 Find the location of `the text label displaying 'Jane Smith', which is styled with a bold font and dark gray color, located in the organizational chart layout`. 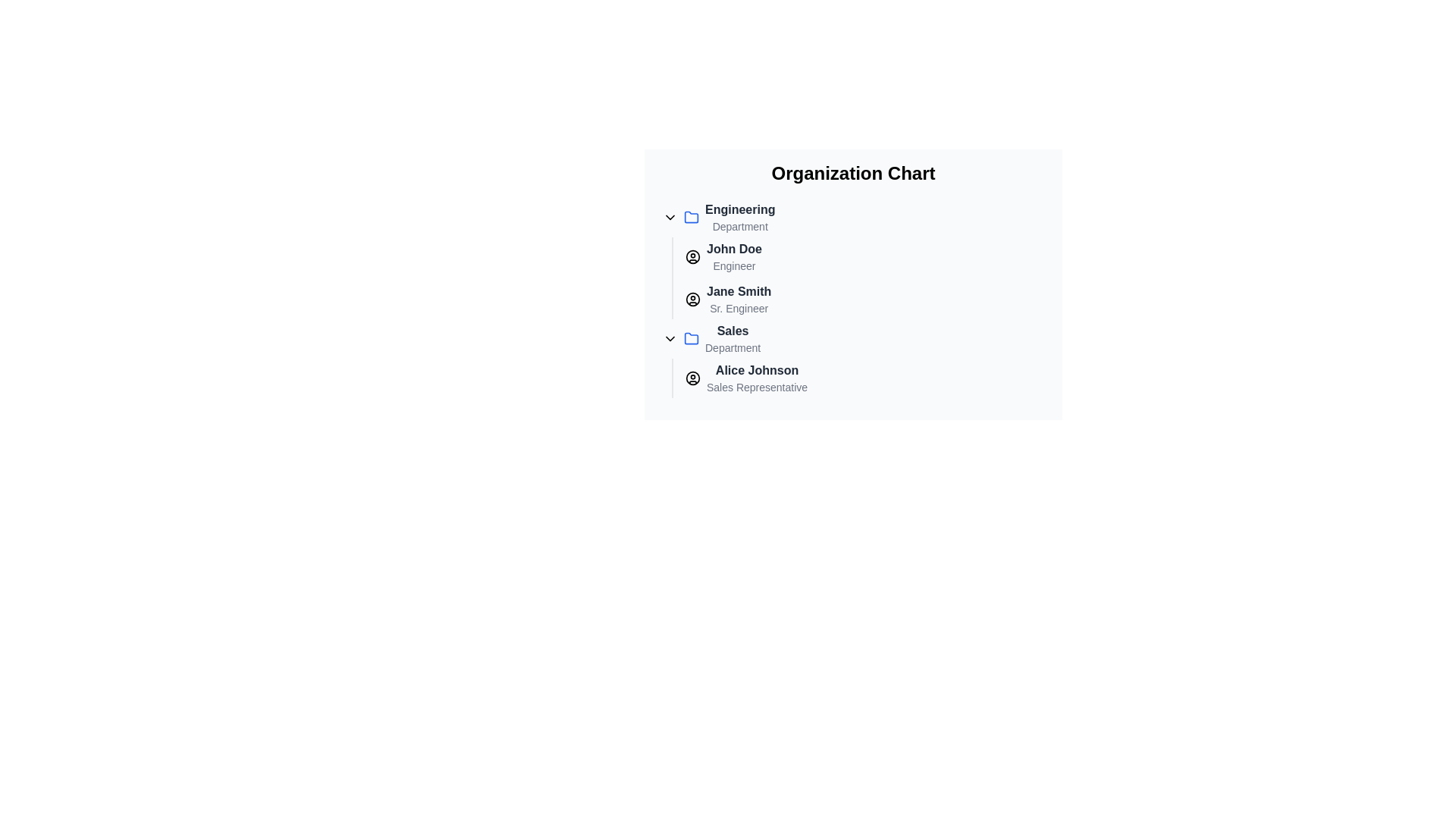

the text label displaying 'Jane Smith', which is styled with a bold font and dark gray color, located in the organizational chart layout is located at coordinates (739, 291).